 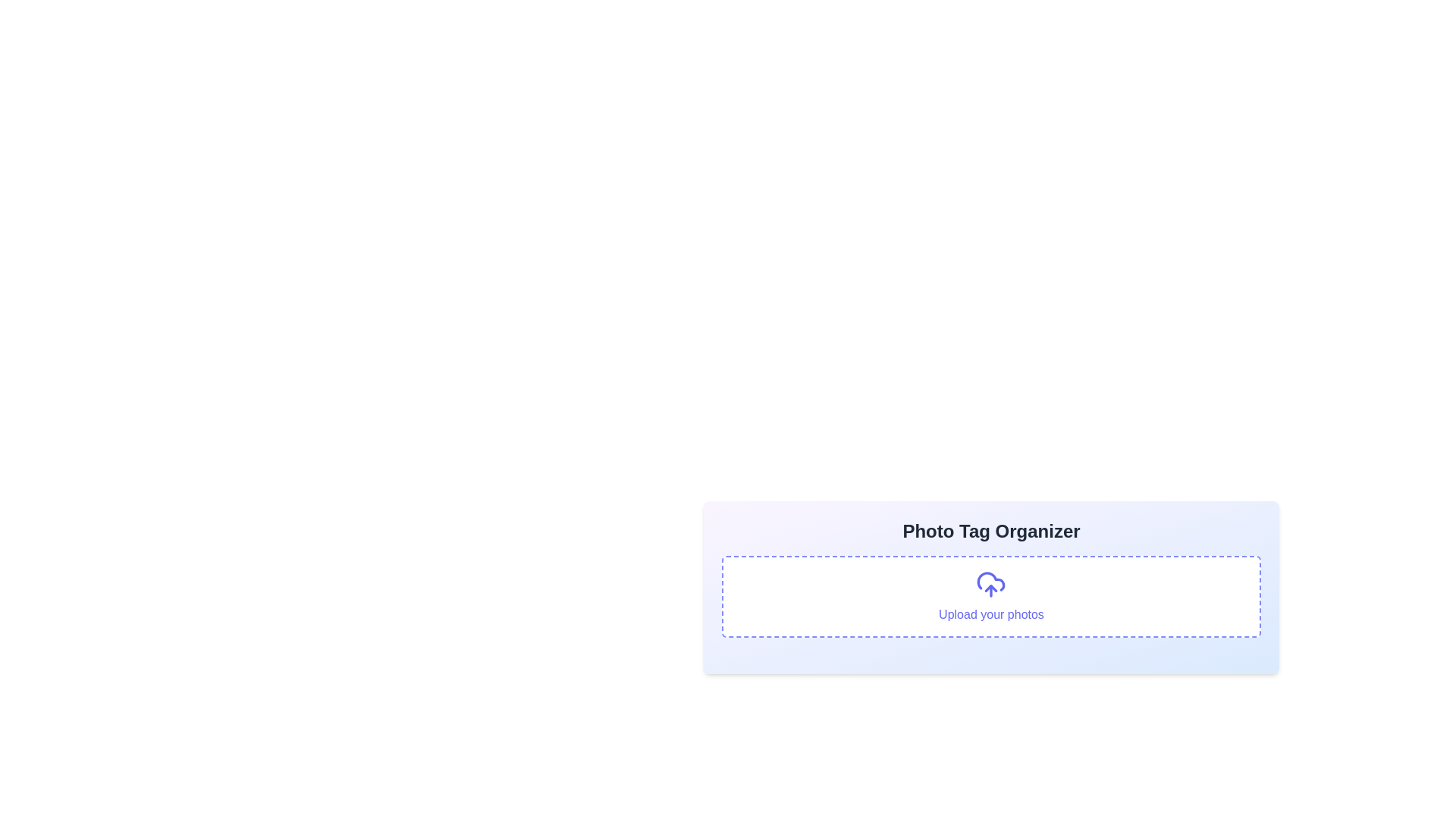 I want to click on text of the Header element titled 'Photo Tag Organizer', which is located at the top of a rectangular card with a gradient background, so click(x=991, y=531).